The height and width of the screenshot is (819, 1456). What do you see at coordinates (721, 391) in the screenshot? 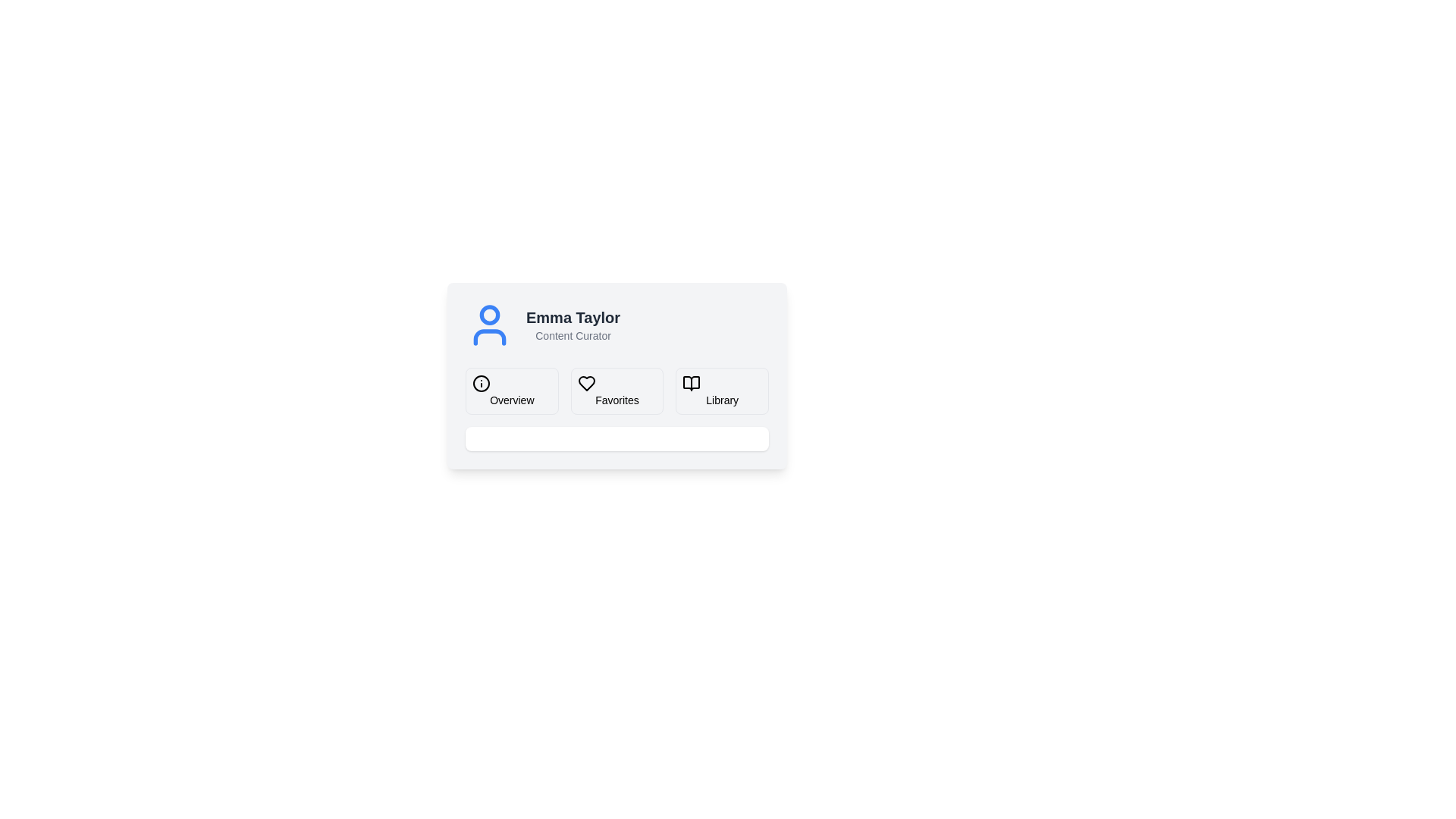
I see `the 'Library' button, which features a black open book icon and is the third button in a horizontal group below the user's name` at bounding box center [721, 391].